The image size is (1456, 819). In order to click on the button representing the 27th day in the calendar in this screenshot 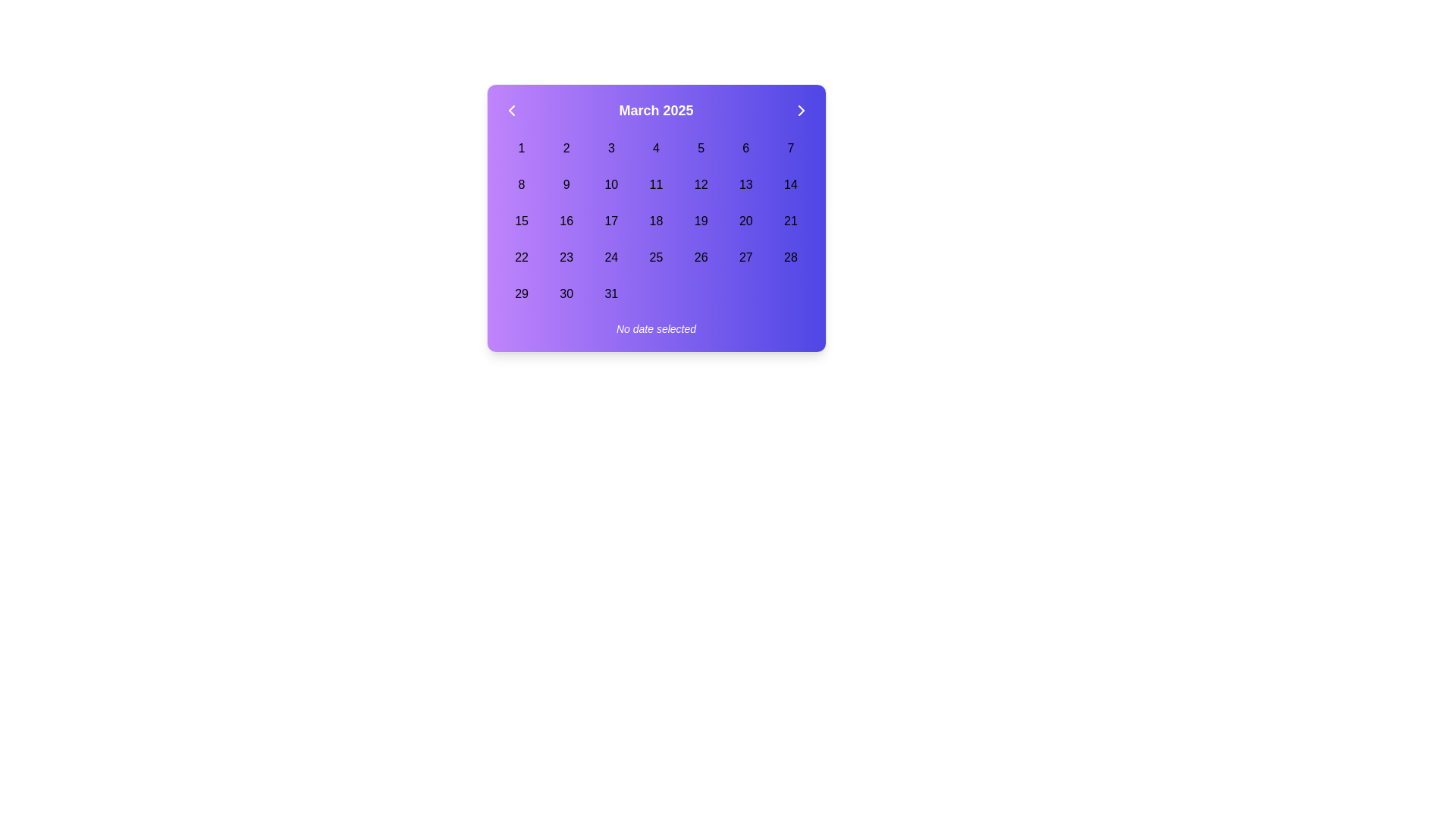, I will do `click(745, 256)`.